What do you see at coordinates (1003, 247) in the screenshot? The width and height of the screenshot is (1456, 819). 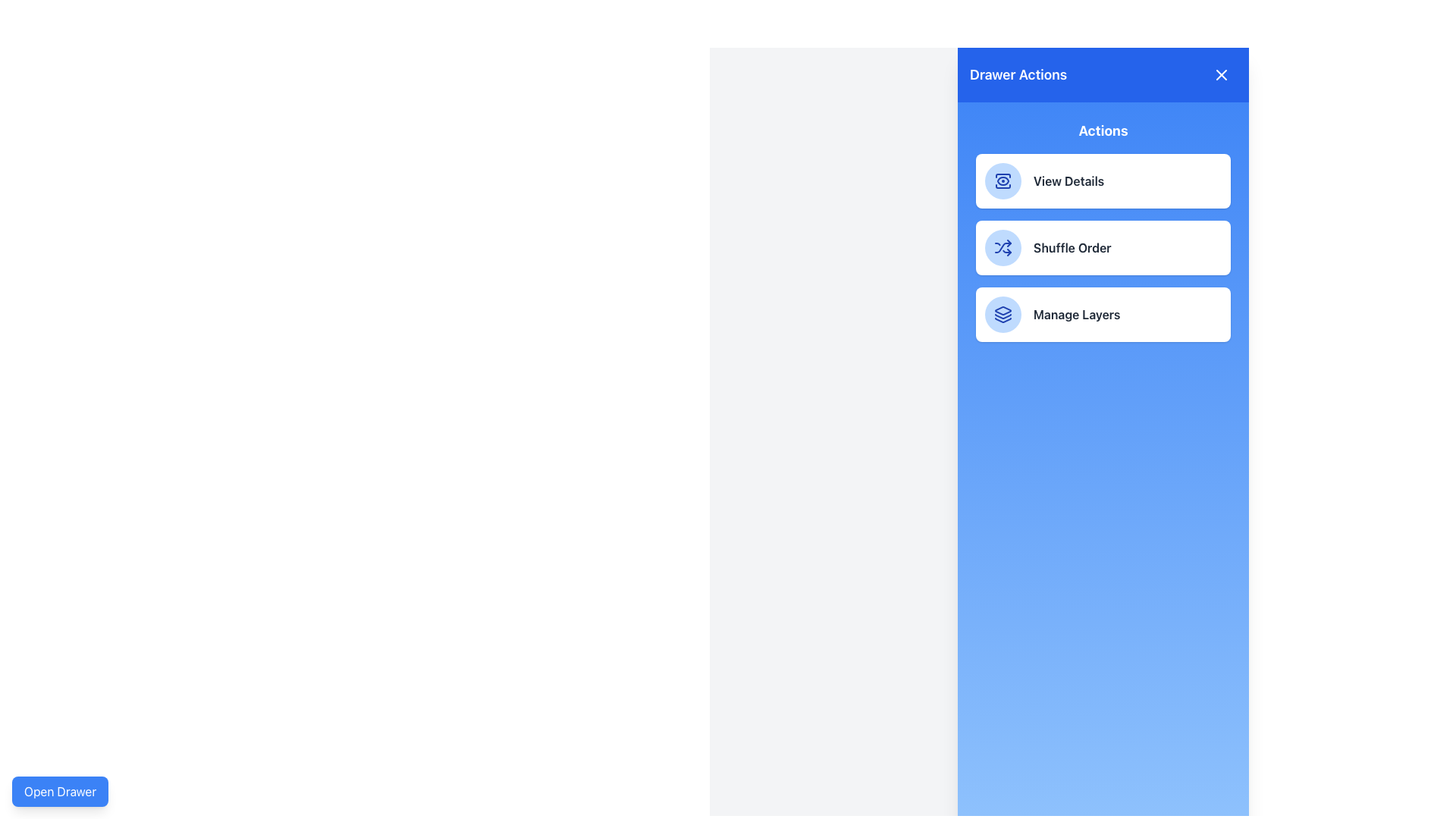 I see `the Shuffle Order button located in the right-side drawer under the header 'Drawer Actions.' This button serves as a visual indicator for a shuffle-related action` at bounding box center [1003, 247].